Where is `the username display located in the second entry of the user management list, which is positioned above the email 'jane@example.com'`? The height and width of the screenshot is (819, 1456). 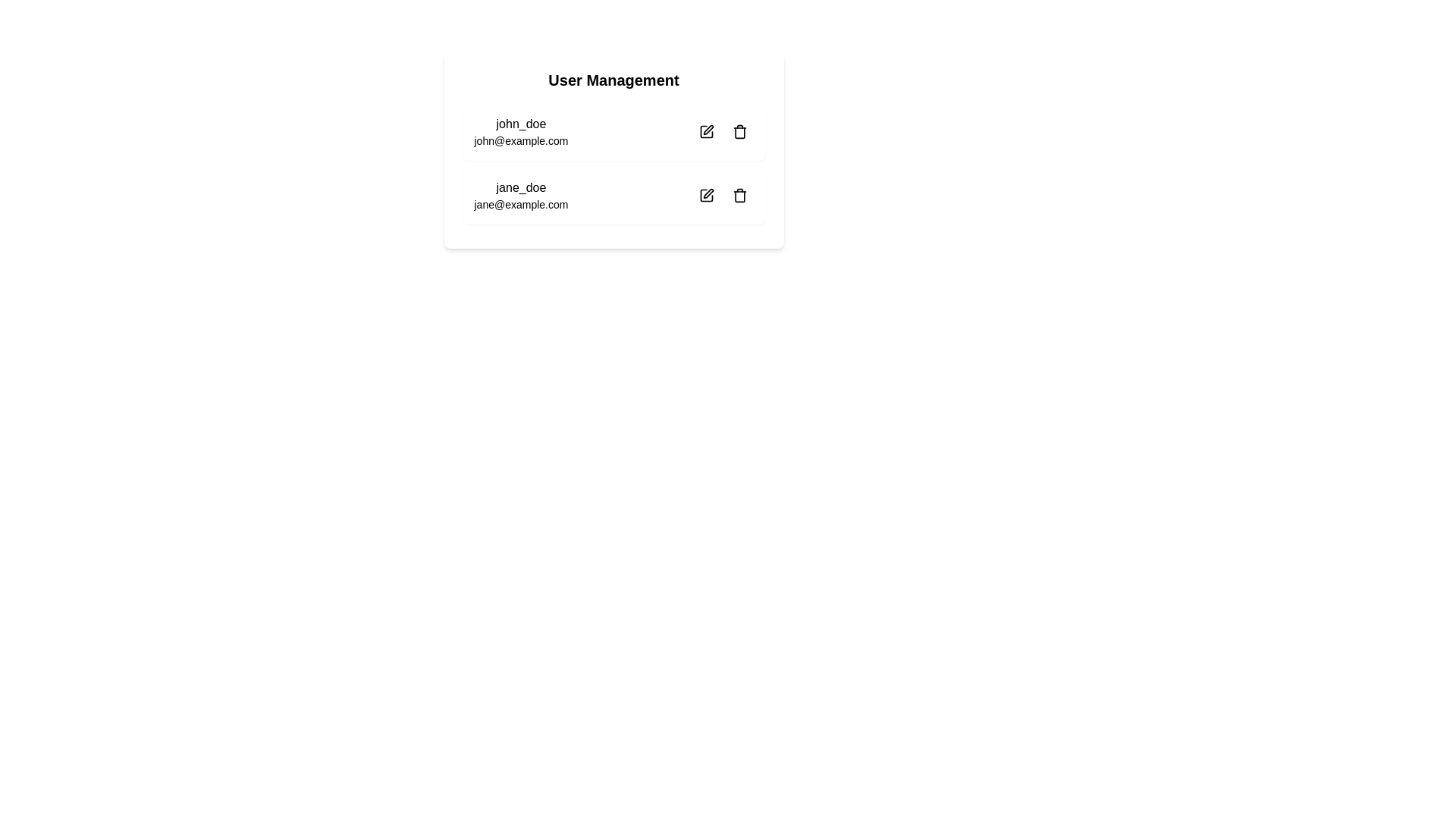 the username display located in the second entry of the user management list, which is positioned above the email 'jane@example.com' is located at coordinates (521, 187).